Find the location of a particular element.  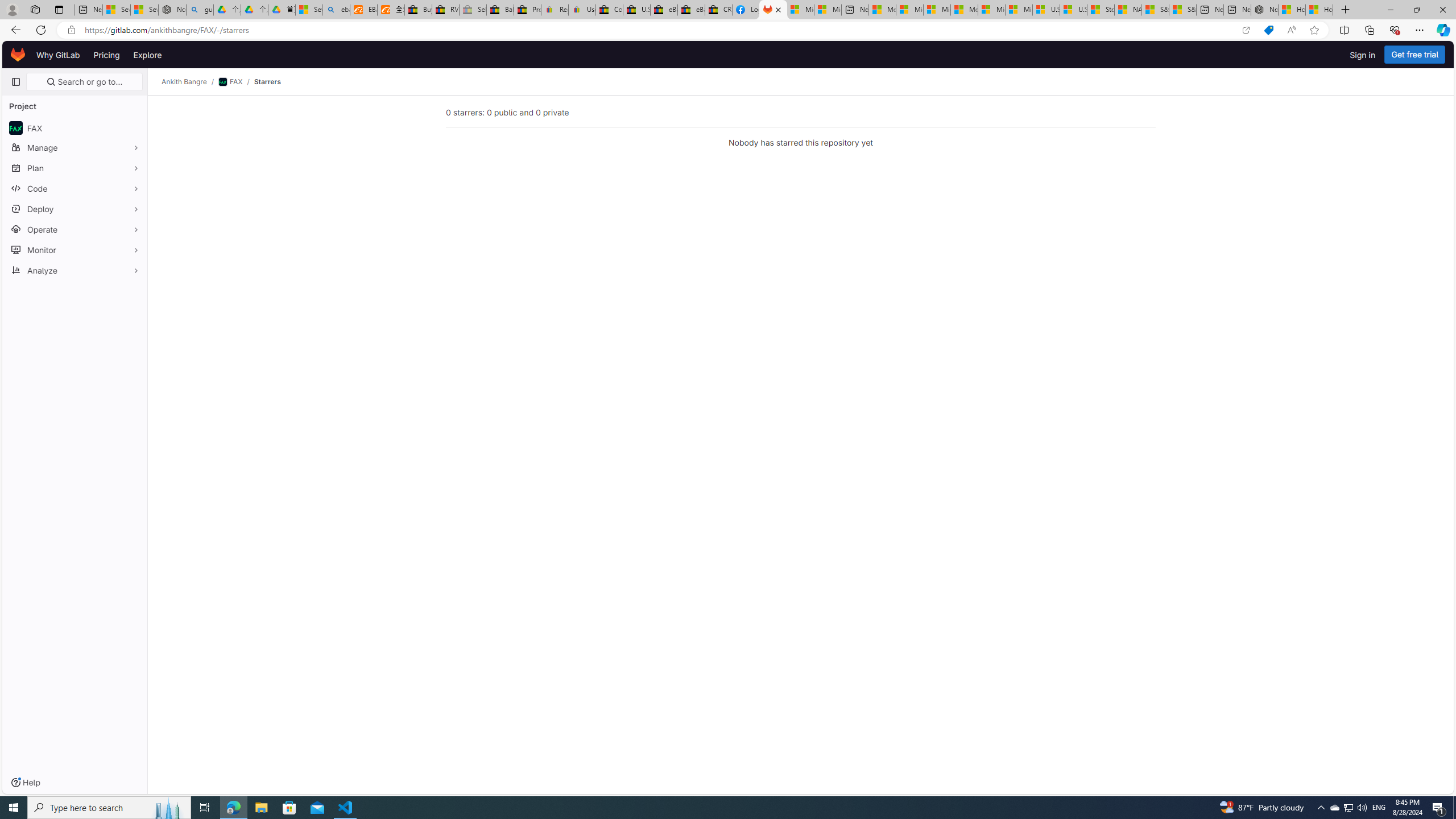

'Register: Create a personal eBay account' is located at coordinates (554, 9).